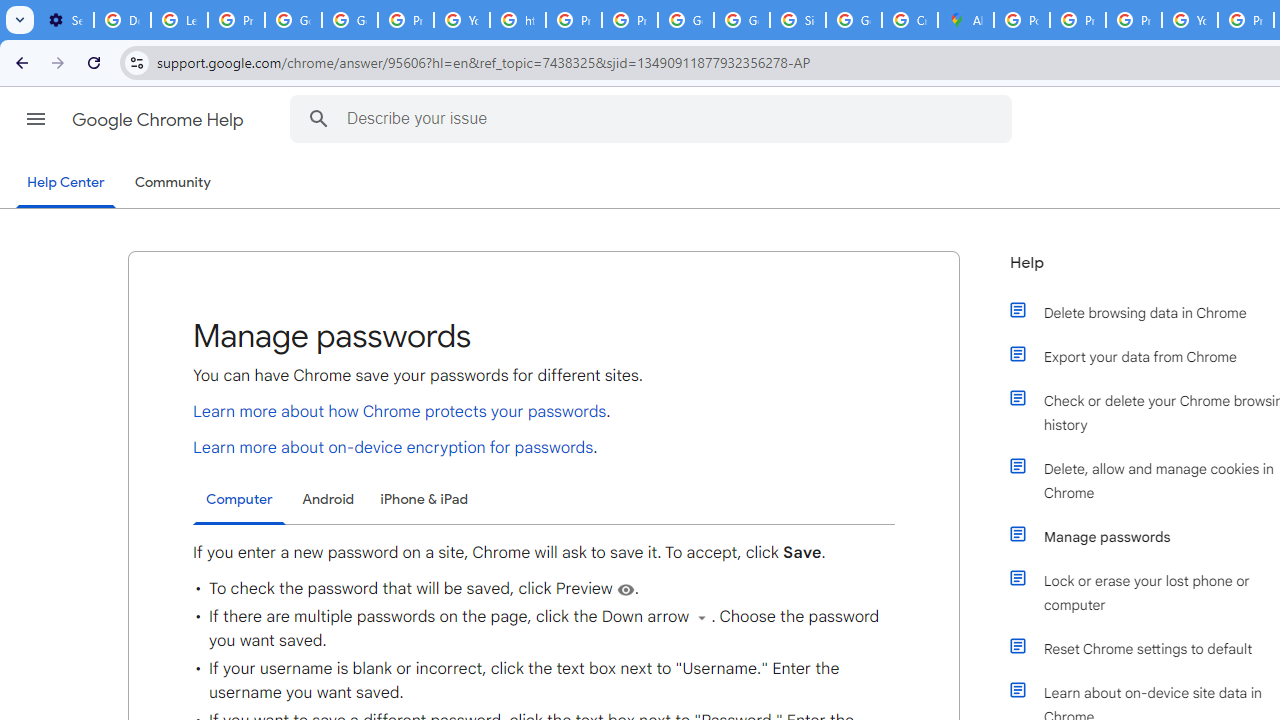  I want to click on 'Search Help Center', so click(317, 118).